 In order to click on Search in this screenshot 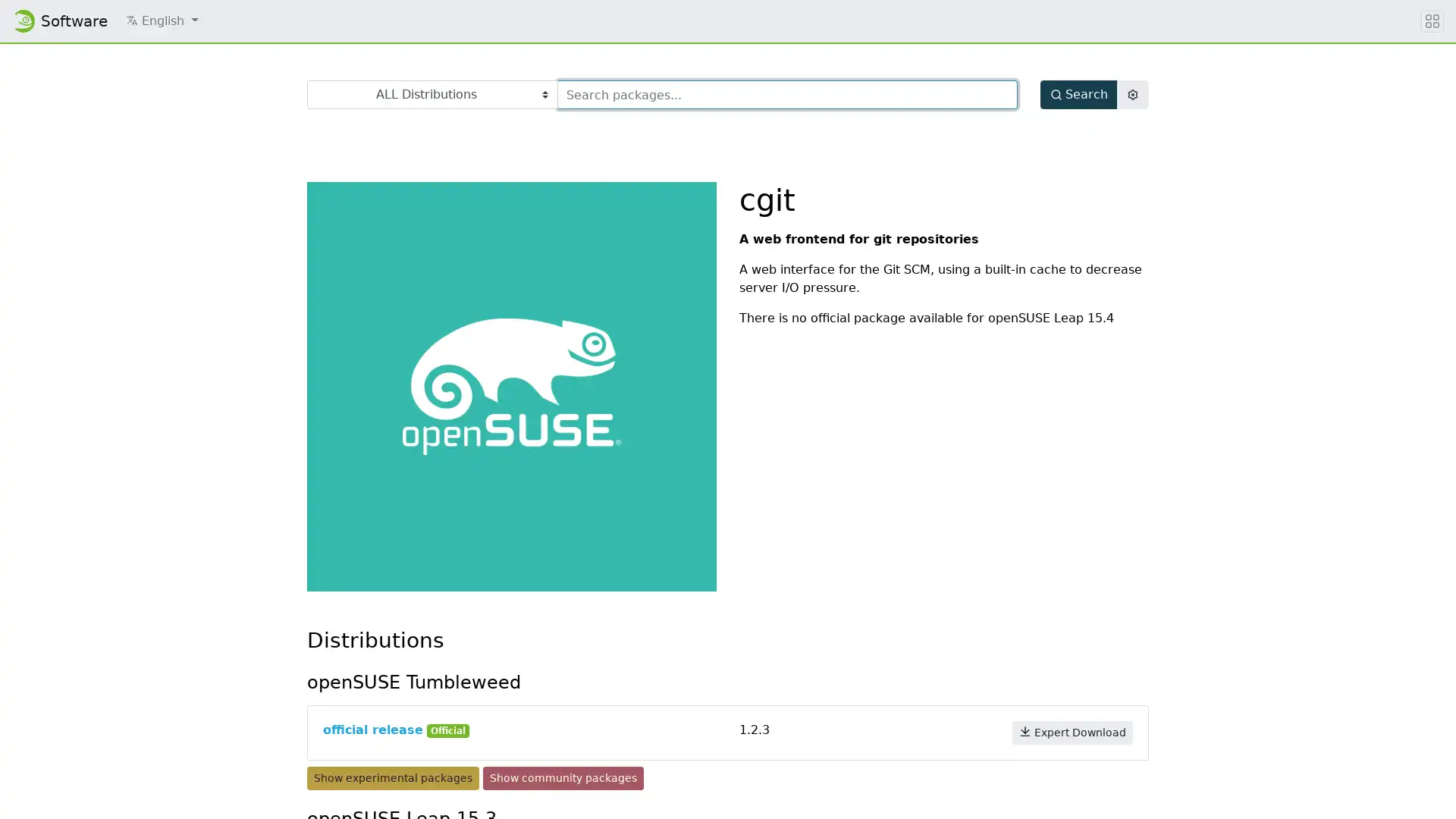, I will do `click(1078, 94)`.